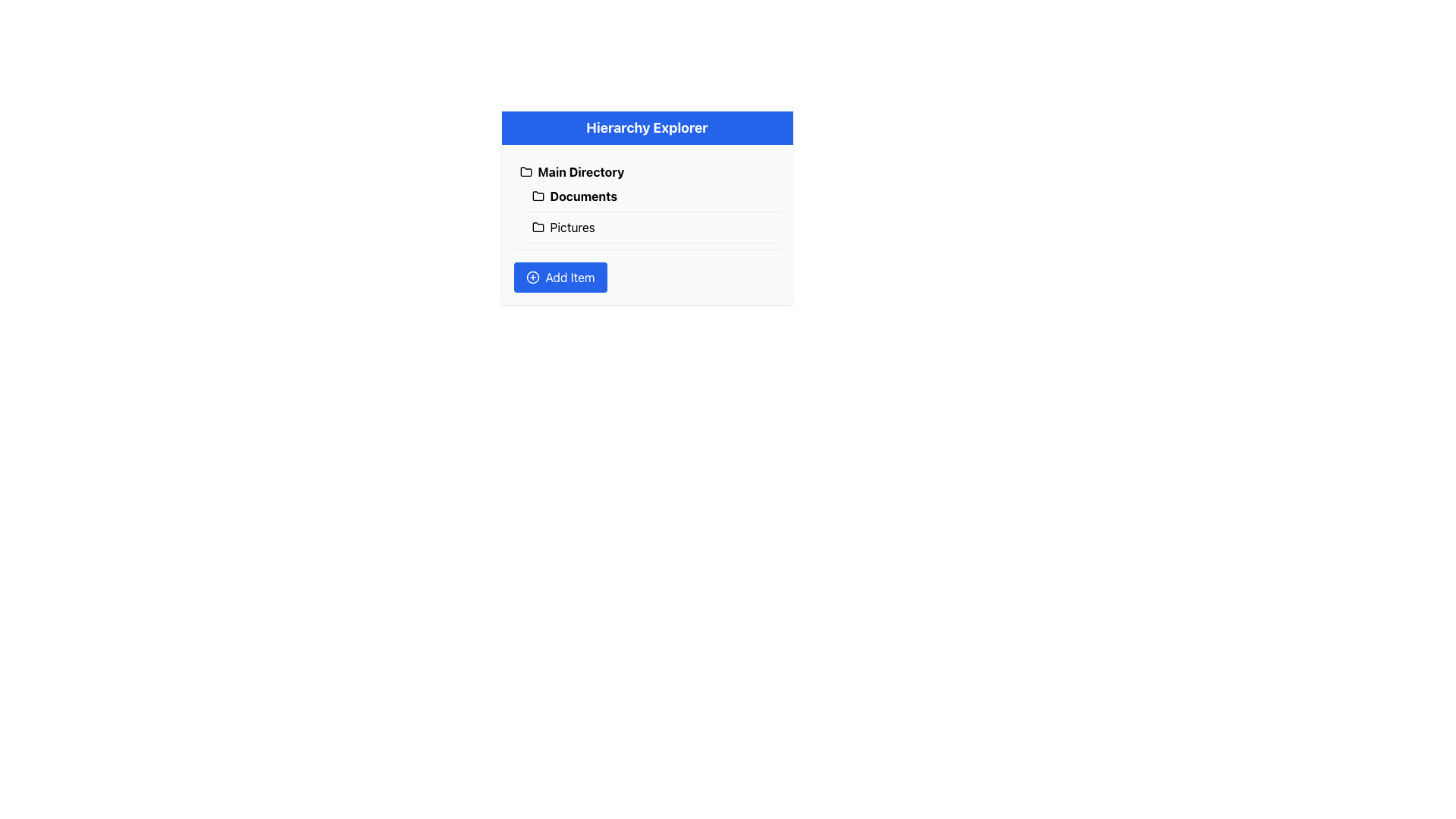  Describe the element at coordinates (571, 227) in the screenshot. I see `the 'Pictures' text label` at that location.